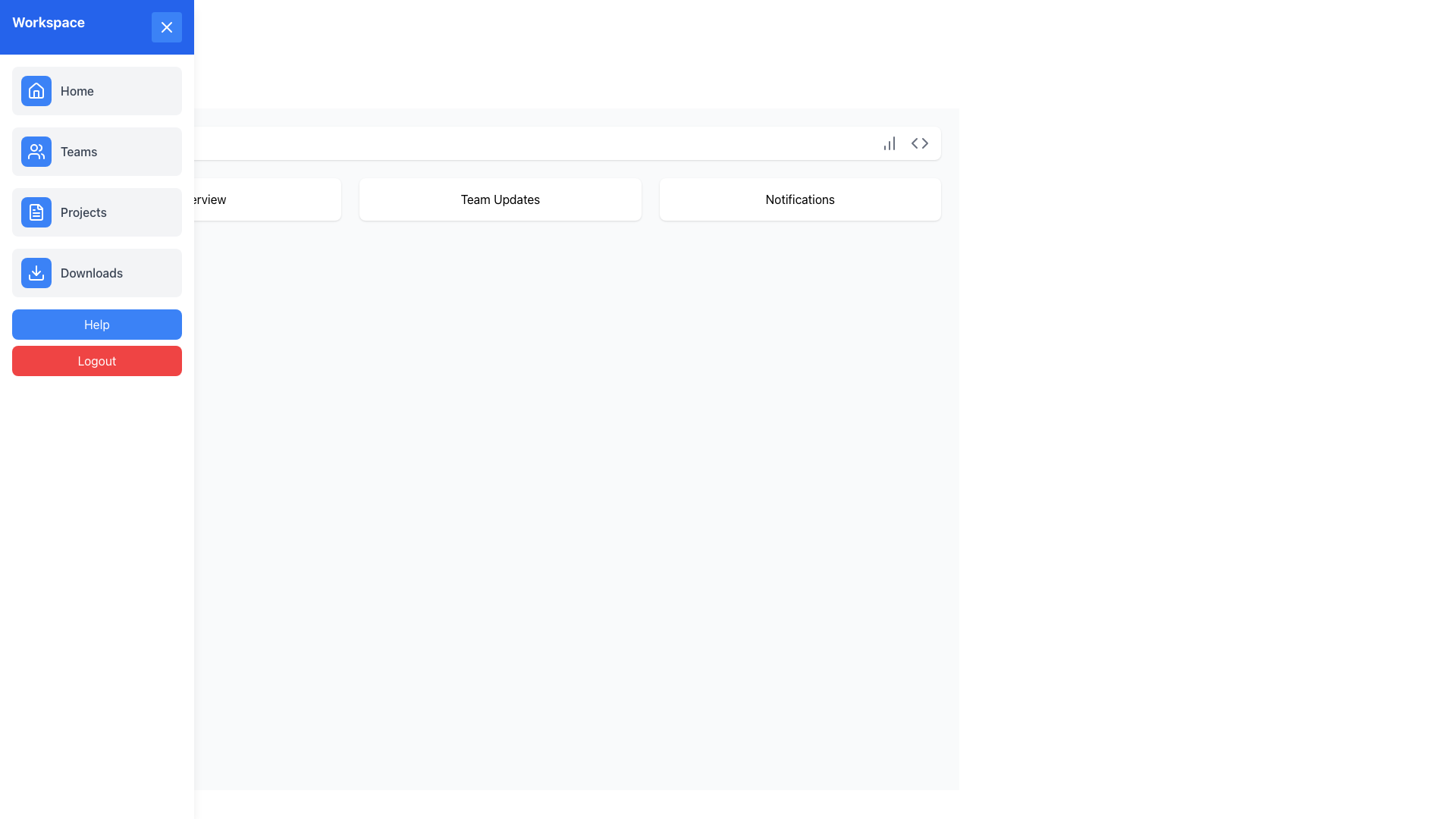 The image size is (1456, 819). I want to click on the help button located in the left sidebar panel above the 'Logout' button to invoke the associated action, so click(96, 324).